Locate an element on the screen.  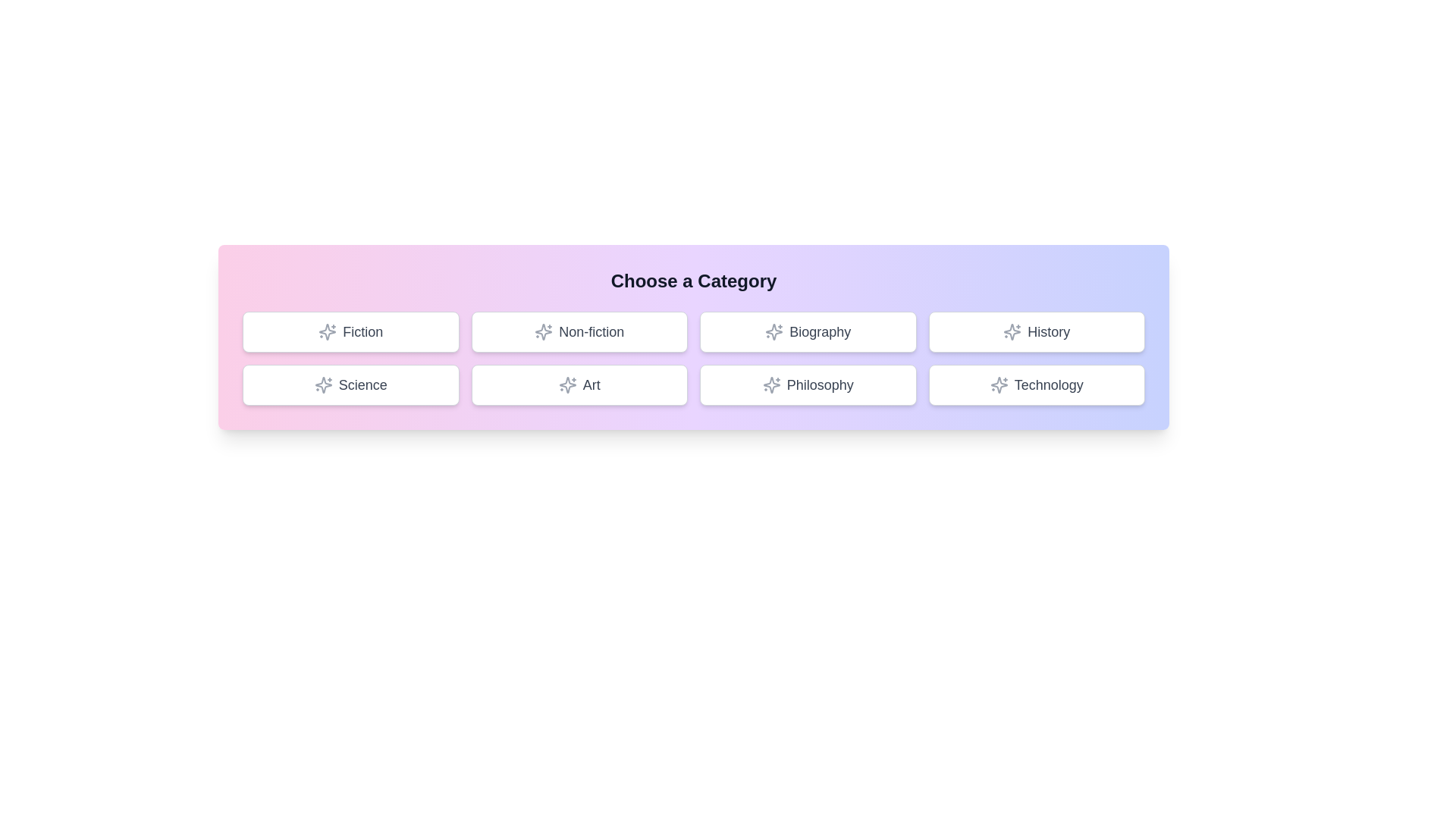
the button labeled 'Non-fiction' to observe the hover effect is located at coordinates (579, 331).